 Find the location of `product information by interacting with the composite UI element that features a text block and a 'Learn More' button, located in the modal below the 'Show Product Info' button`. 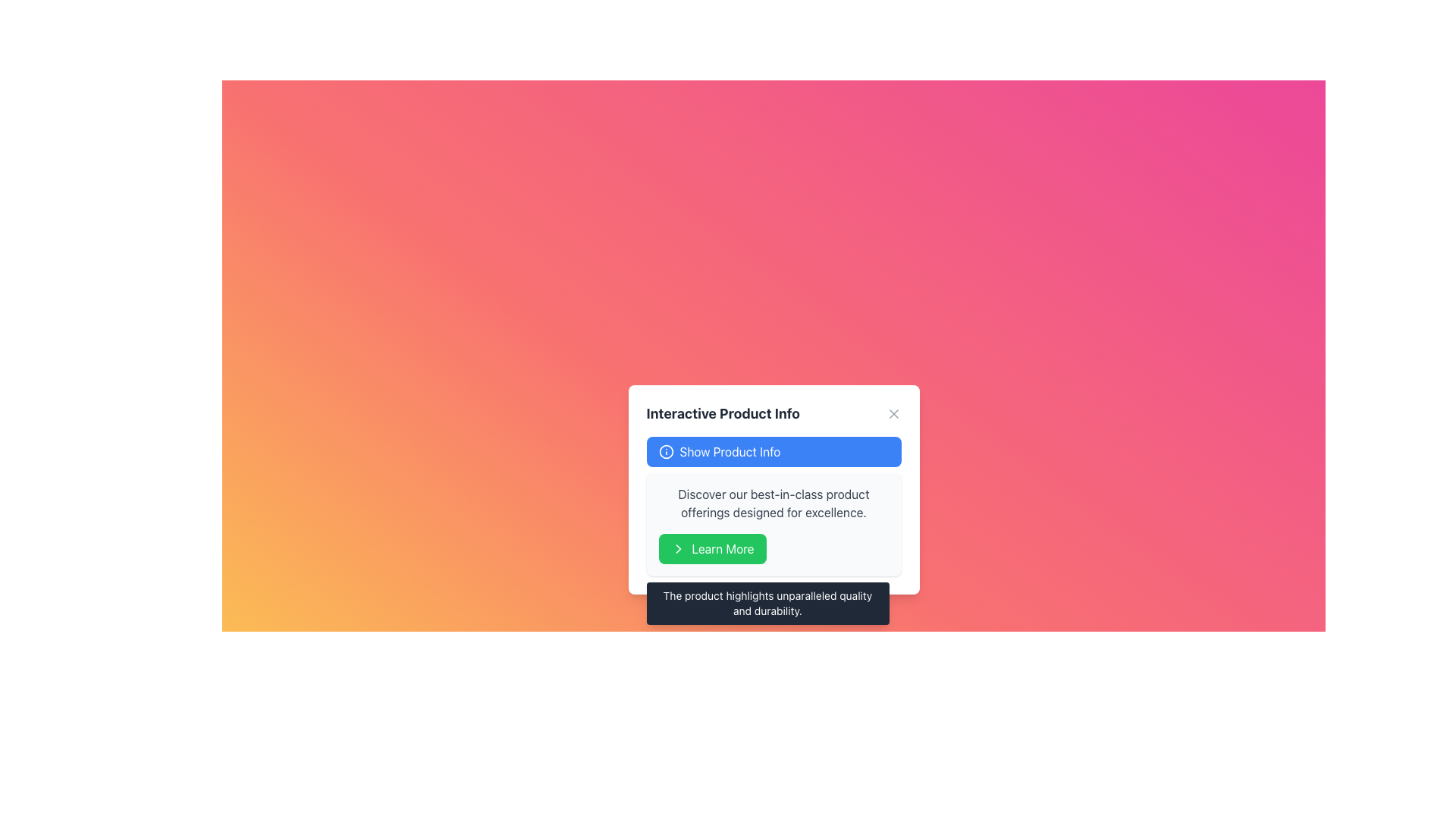

product information by interacting with the composite UI element that features a text block and a 'Learn More' button, located in the modal below the 'Show Product Info' button is located at coordinates (773, 523).